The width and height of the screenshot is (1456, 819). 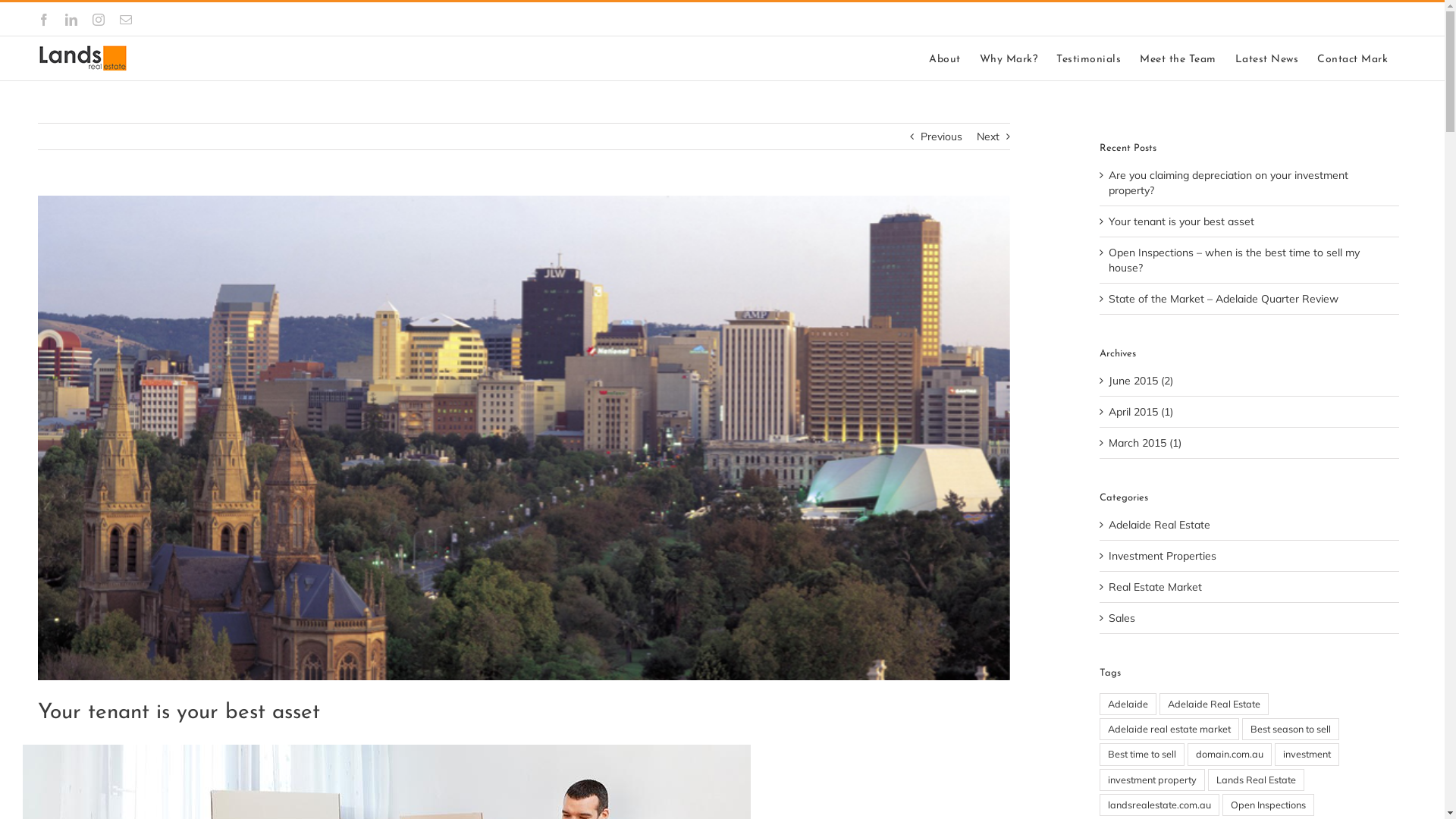 What do you see at coordinates (1214, 704) in the screenshot?
I see `'Adelaide Real Estate'` at bounding box center [1214, 704].